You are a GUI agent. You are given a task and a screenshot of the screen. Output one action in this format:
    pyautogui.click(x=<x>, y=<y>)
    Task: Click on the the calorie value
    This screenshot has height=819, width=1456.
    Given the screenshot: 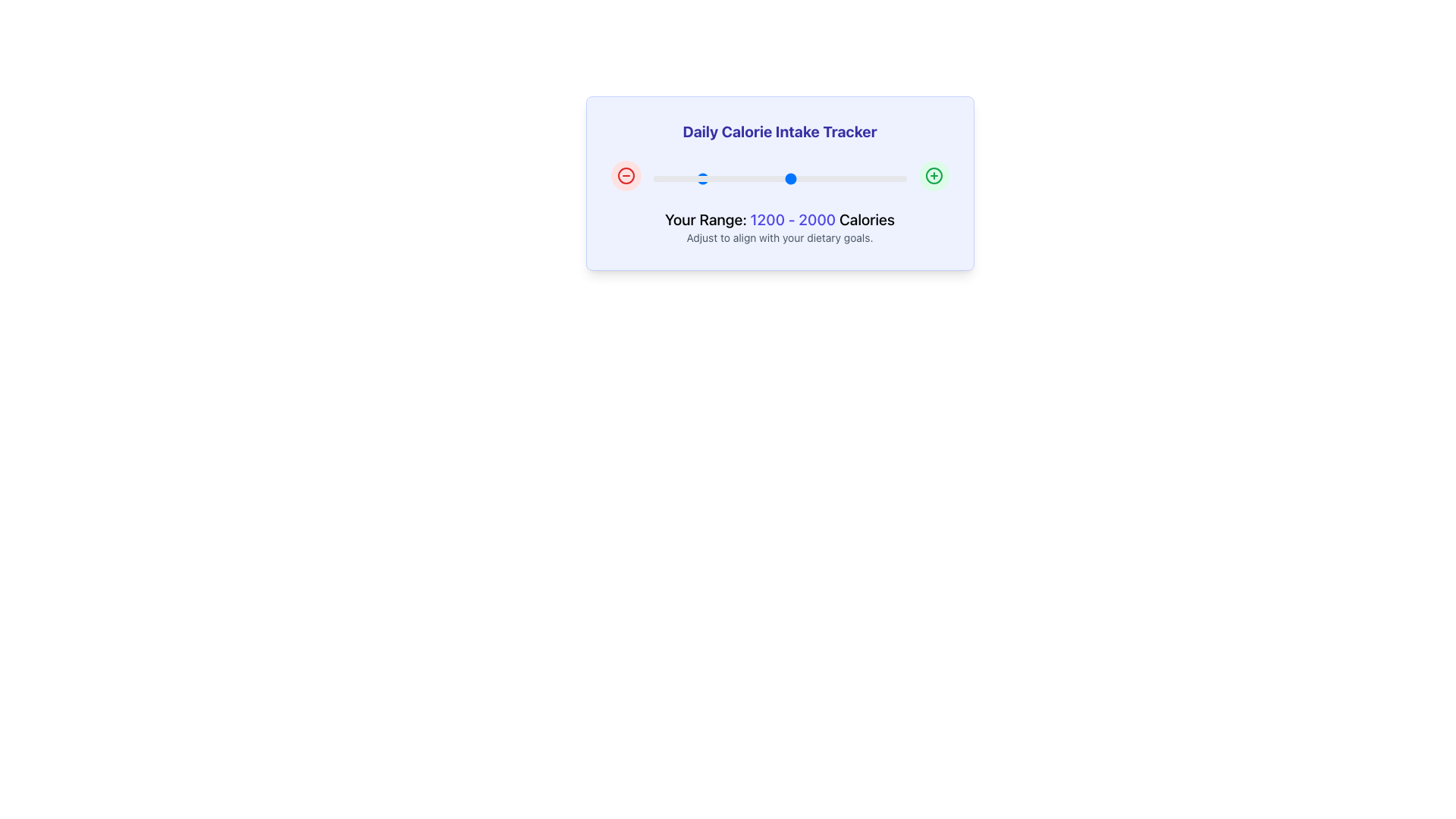 What is the action you would take?
    pyautogui.click(x=863, y=177)
    